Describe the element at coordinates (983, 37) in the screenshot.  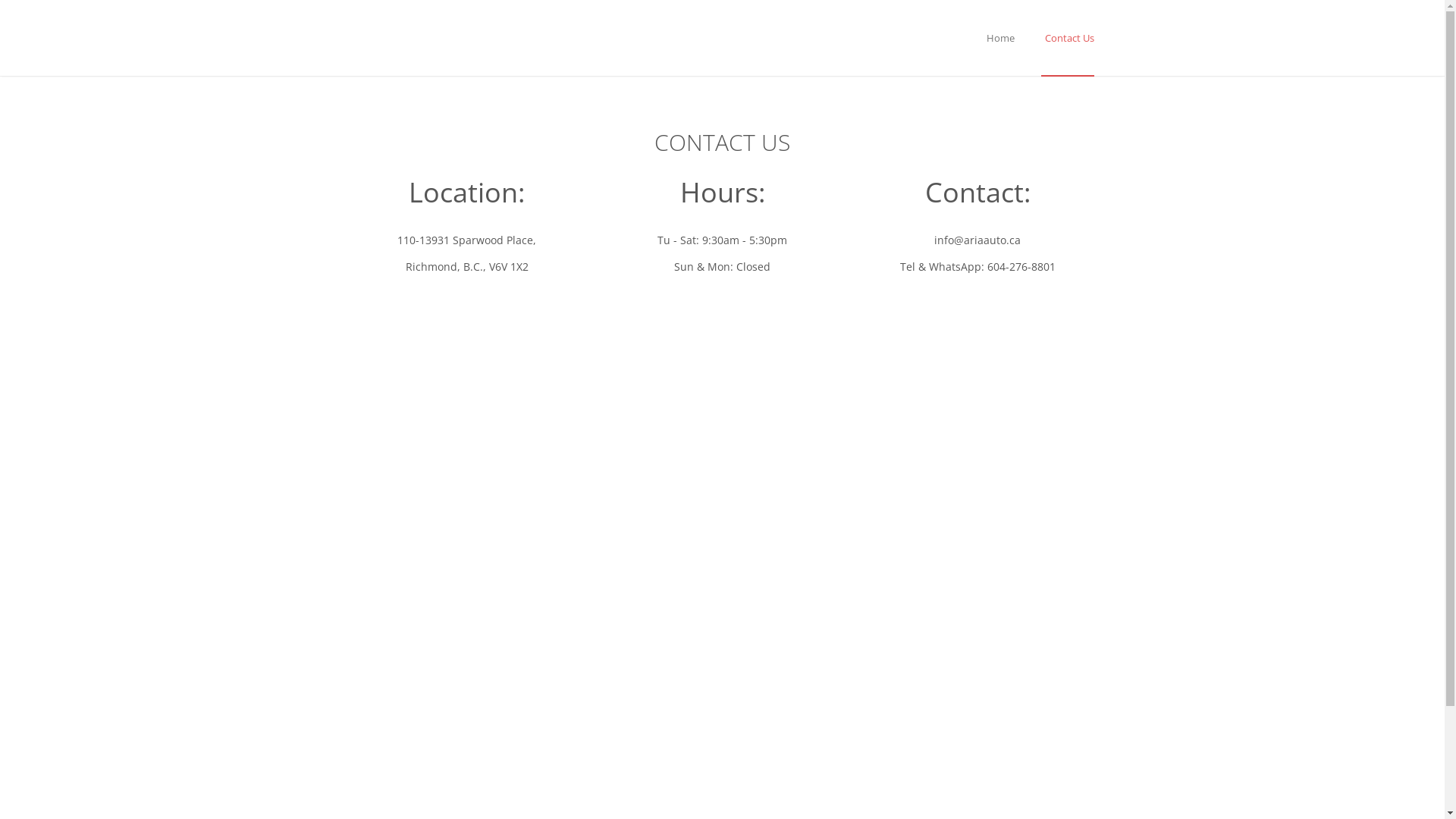
I see `'Home'` at that location.